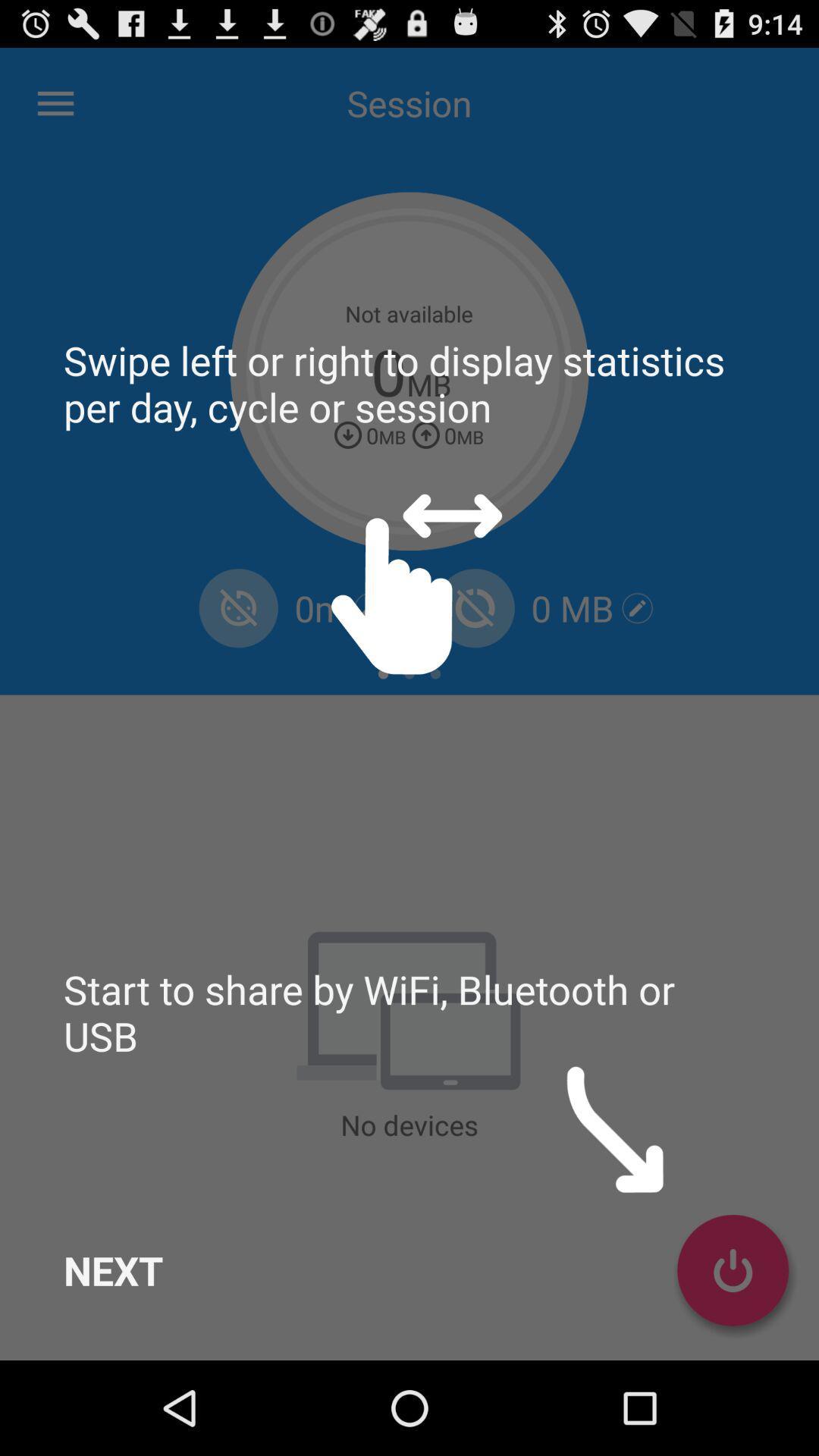 The height and width of the screenshot is (1456, 819). I want to click on next item, so click(112, 1270).